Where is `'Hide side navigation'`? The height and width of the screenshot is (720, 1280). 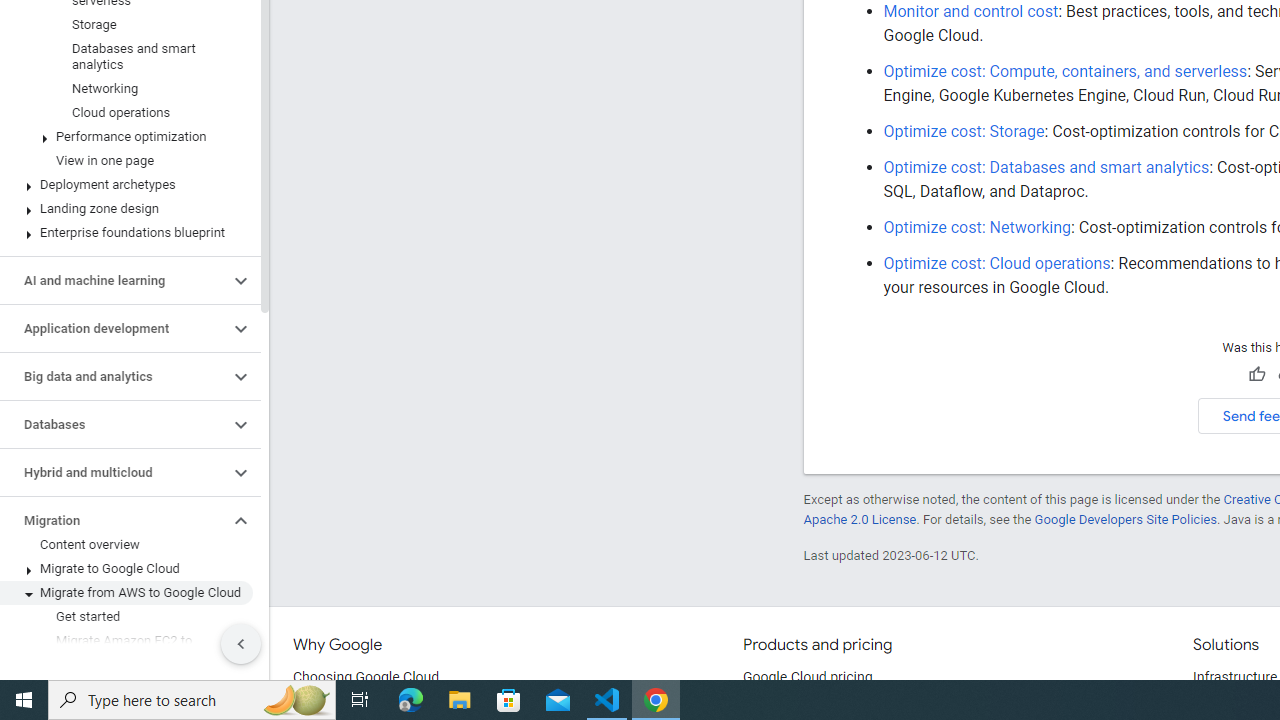
'Hide side navigation' is located at coordinates (240, 644).